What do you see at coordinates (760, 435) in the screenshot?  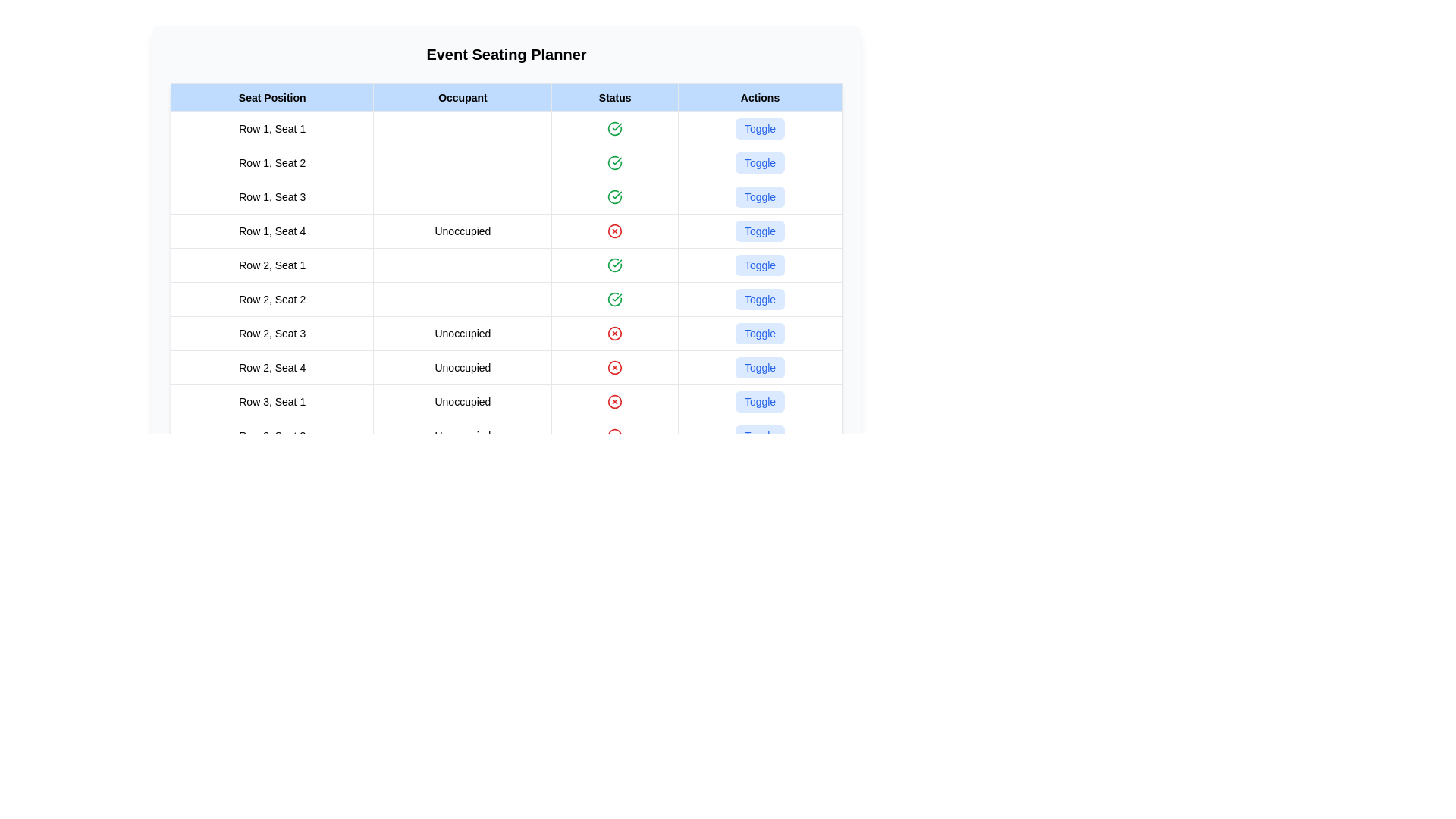 I see `the rectangular button with a blue background and white text labeled 'Toggle' located in the 'Actions' column under 'Row 3, Seat 2' in the 'Event Seating Planner' table` at bounding box center [760, 435].